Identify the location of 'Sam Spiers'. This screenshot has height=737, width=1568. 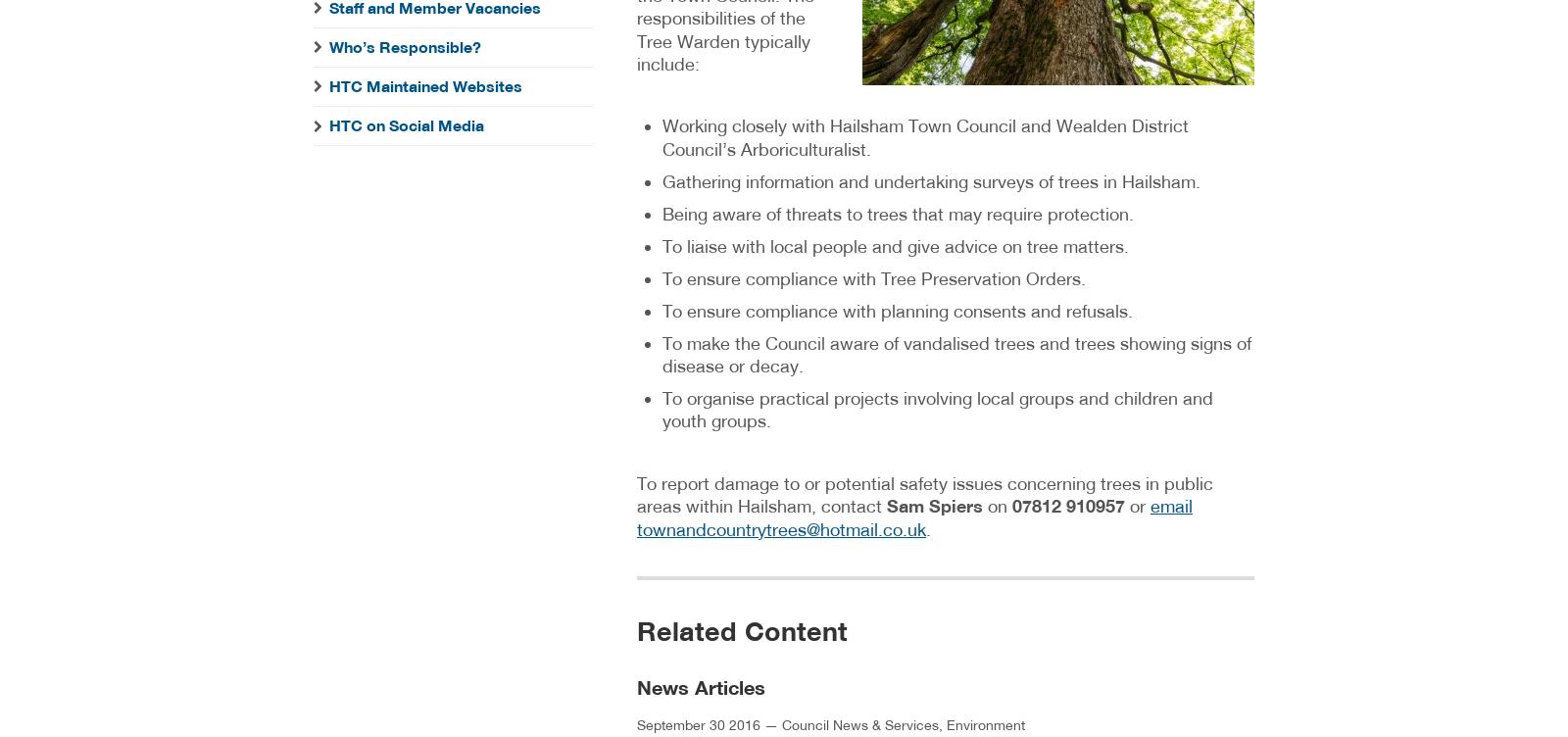
(885, 505).